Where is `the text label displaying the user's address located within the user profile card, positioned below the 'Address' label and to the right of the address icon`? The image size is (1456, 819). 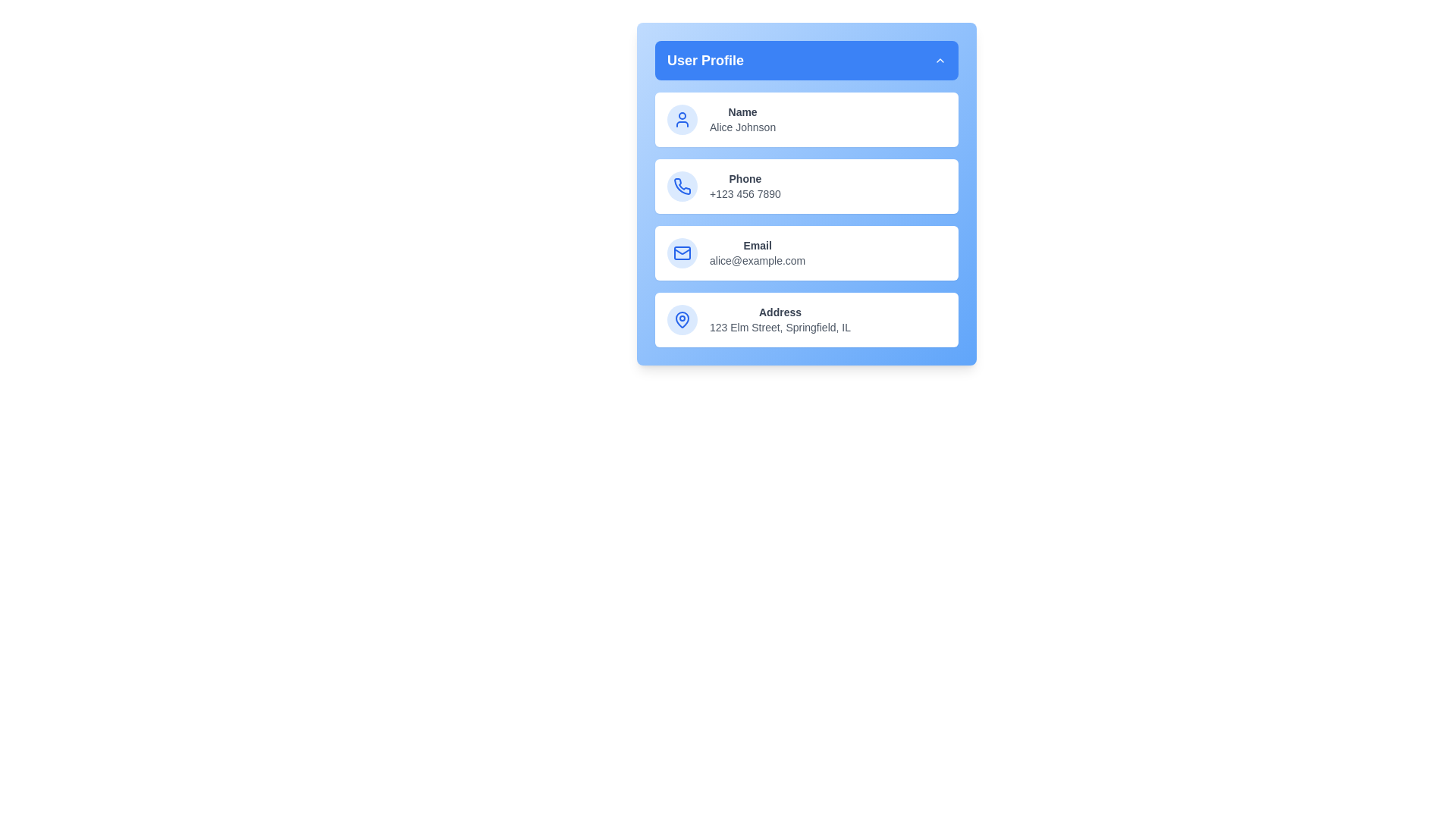 the text label displaying the user's address located within the user profile card, positioned below the 'Address' label and to the right of the address icon is located at coordinates (780, 327).